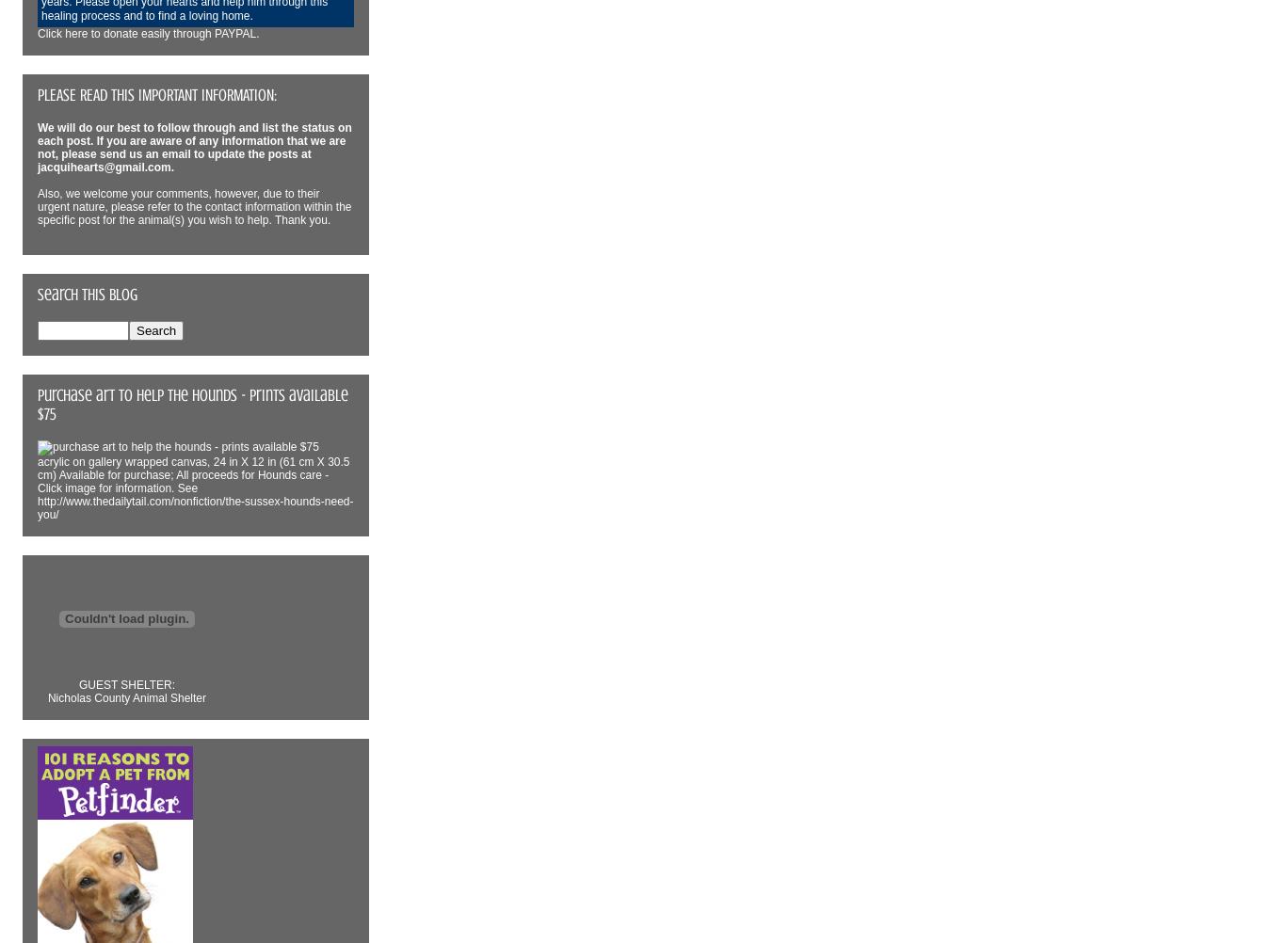 The image size is (1288, 943). What do you see at coordinates (171, 167) in the screenshot?
I see `'.'` at bounding box center [171, 167].